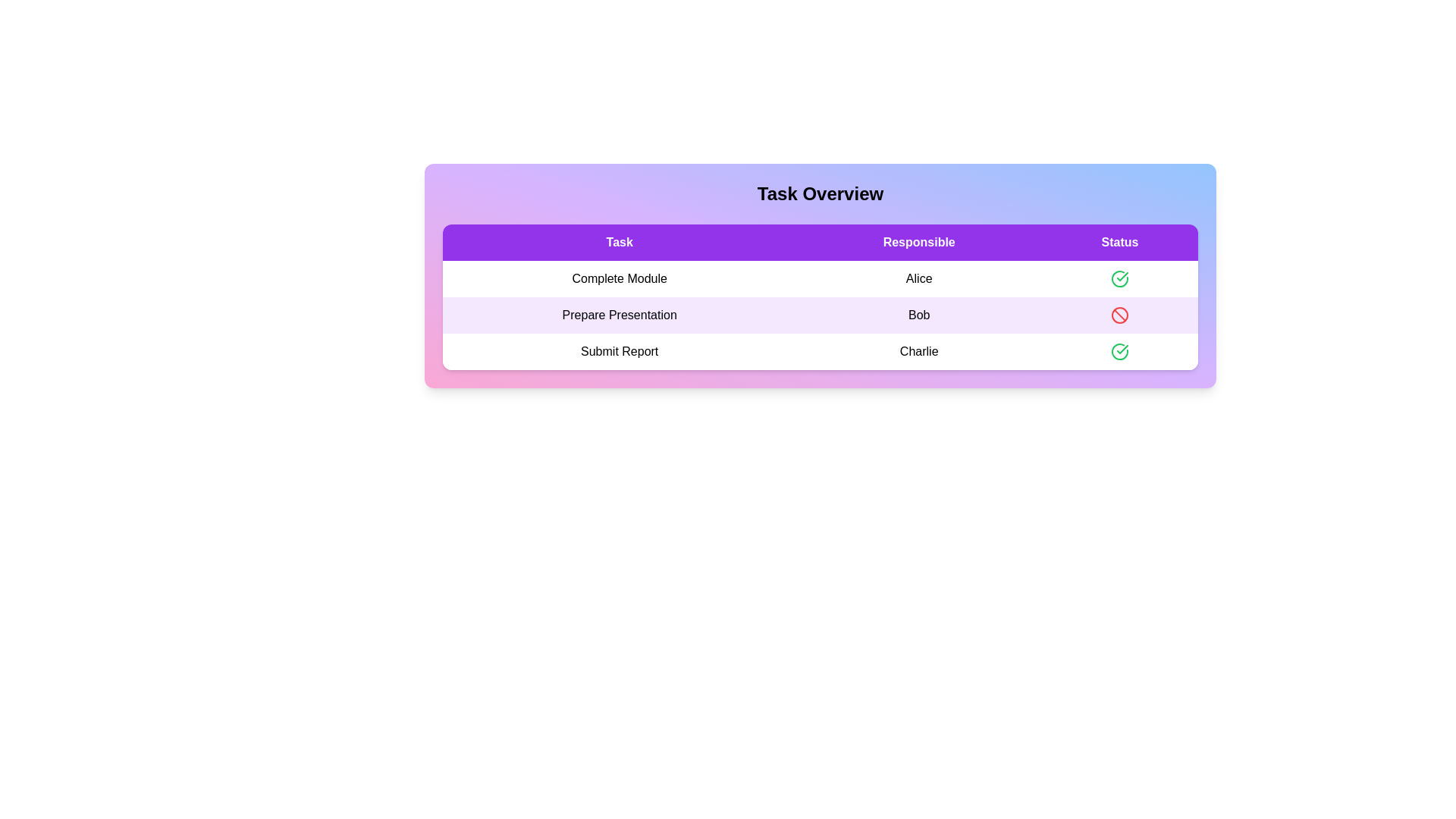 This screenshot has height=819, width=1456. What do you see at coordinates (1120, 278) in the screenshot?
I see `the green circular Status Icon with a checkmark inside, which indicates a completed status for the 'Complete Module' in the 'Status' column` at bounding box center [1120, 278].